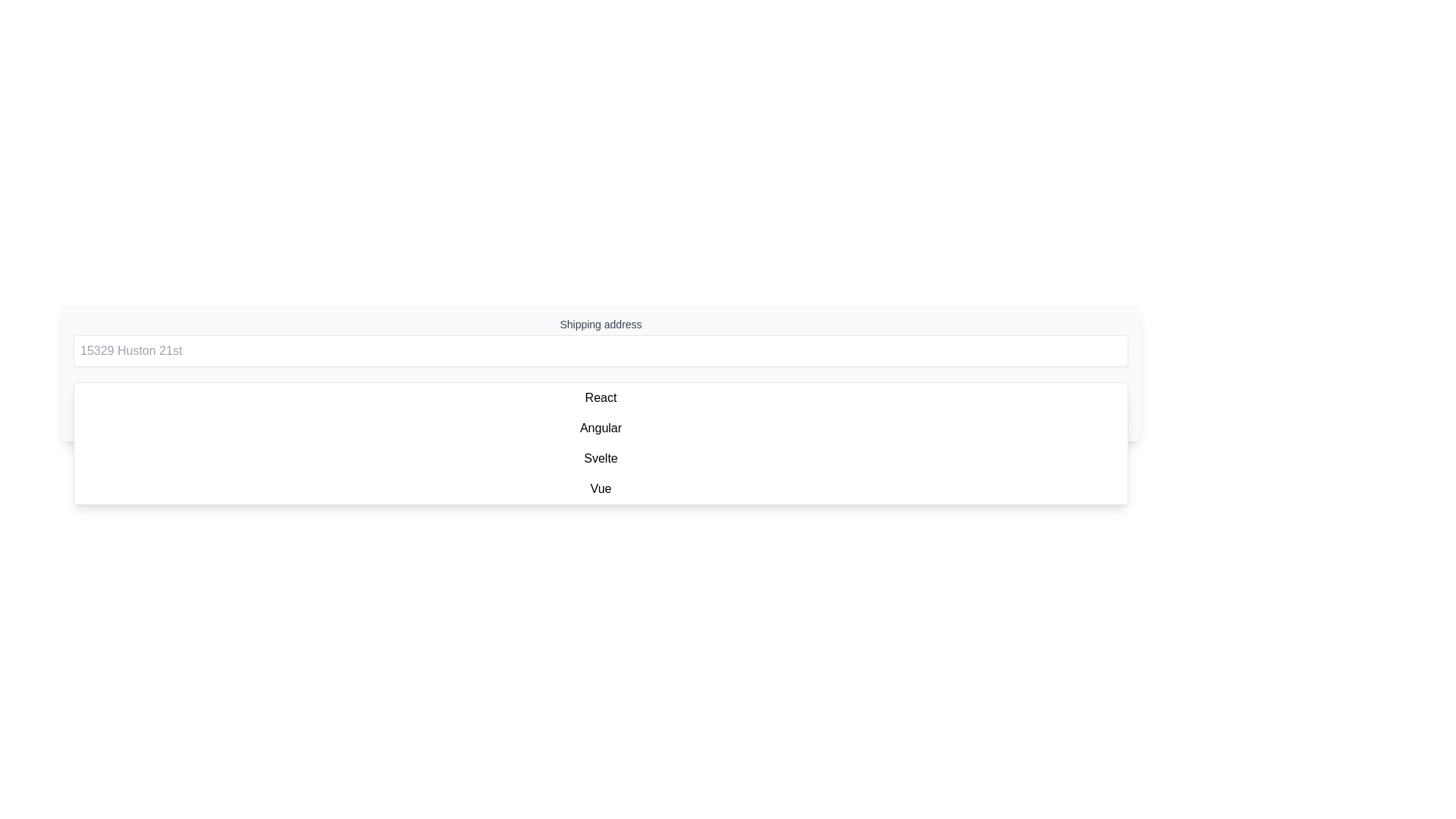 The width and height of the screenshot is (1456, 819). Describe the element at coordinates (600, 488) in the screenshot. I see `the list item displaying 'Vue' in bold black font, which is the last item in the dropdown menu` at that location.